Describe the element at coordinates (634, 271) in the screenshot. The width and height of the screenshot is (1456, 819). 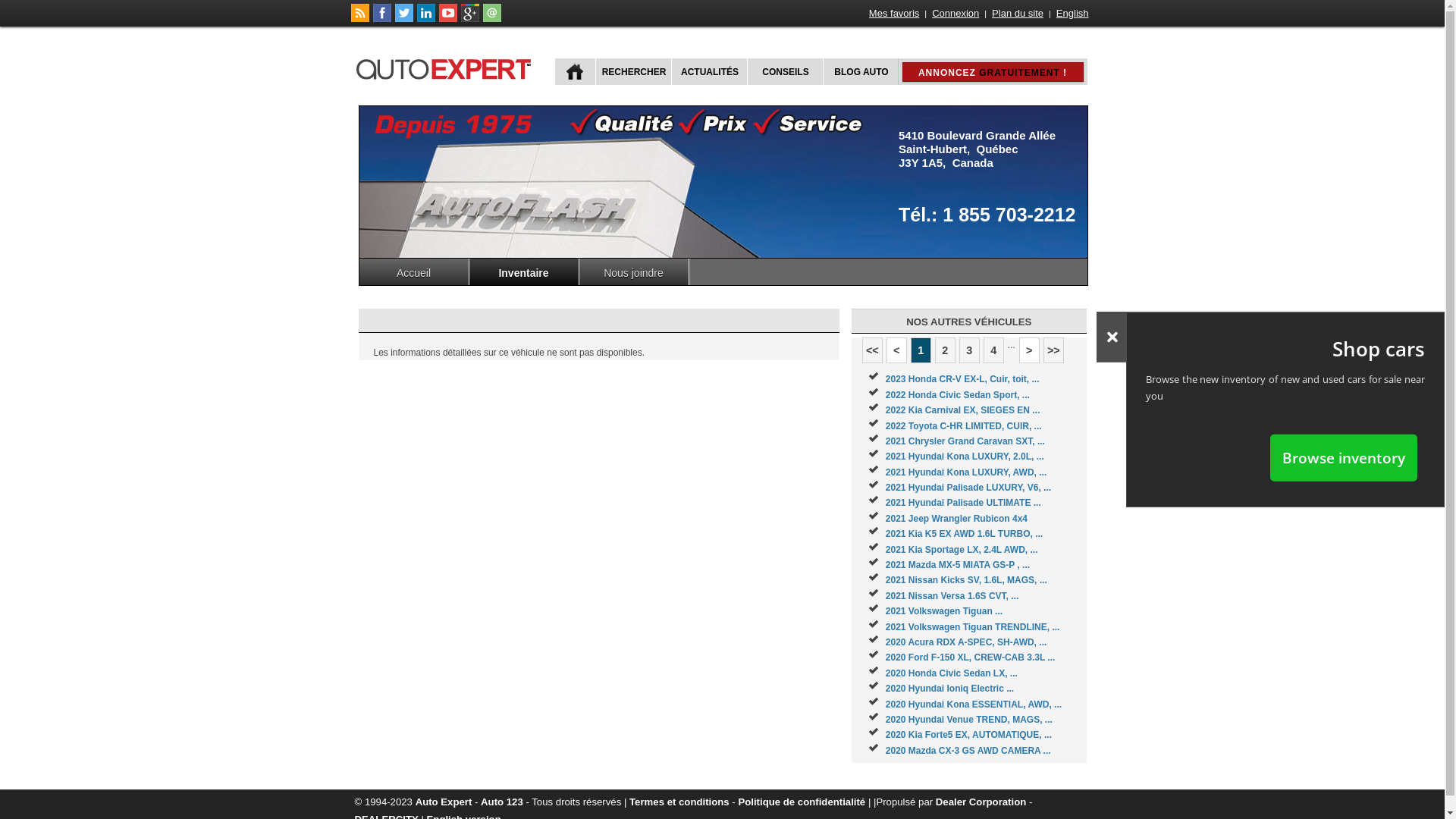
I see `'Nous joindre'` at that location.